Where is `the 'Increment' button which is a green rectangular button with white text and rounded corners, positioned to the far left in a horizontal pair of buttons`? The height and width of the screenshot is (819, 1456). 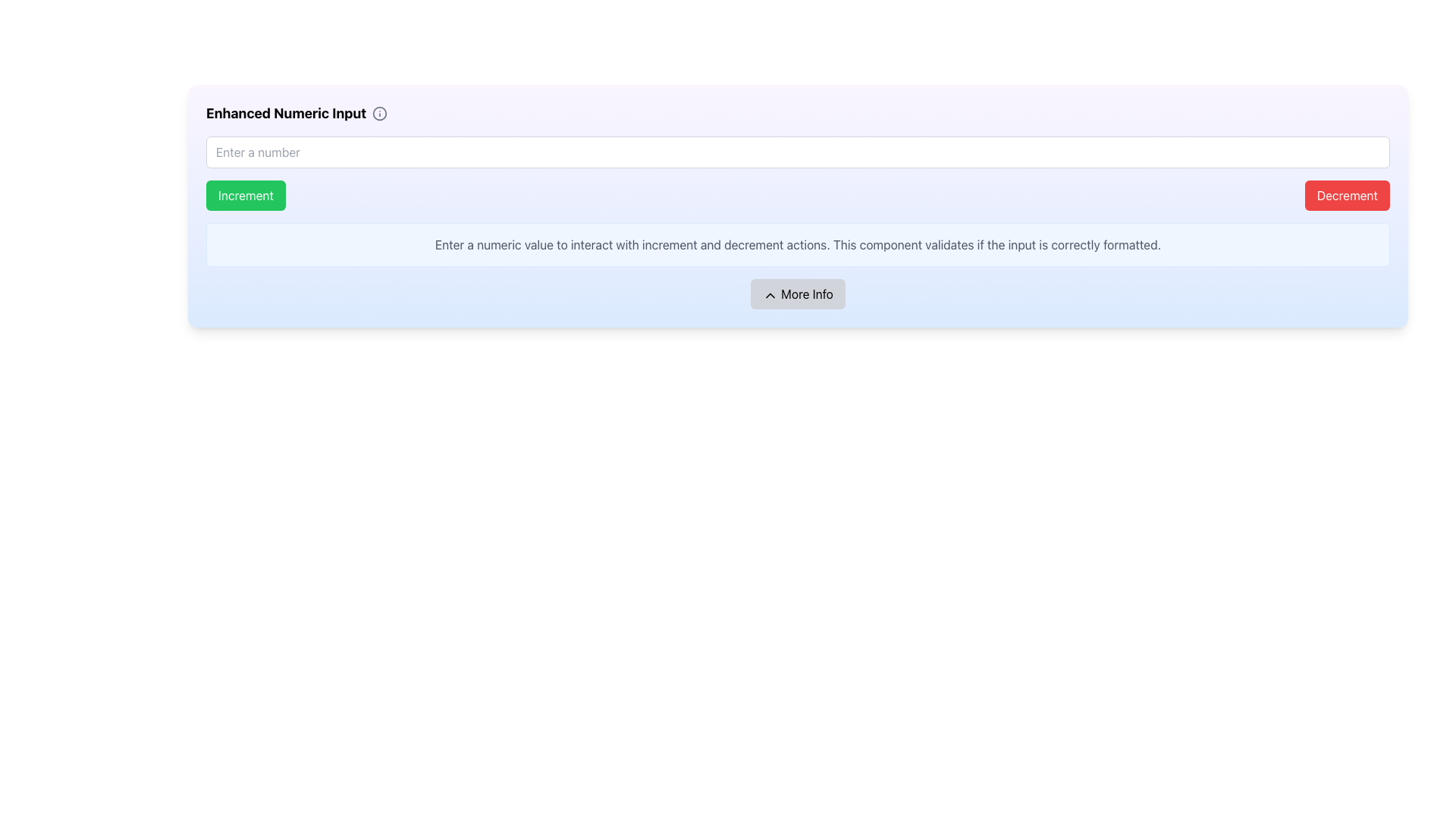 the 'Increment' button which is a green rectangular button with white text and rounded corners, positioned to the far left in a horizontal pair of buttons is located at coordinates (246, 195).